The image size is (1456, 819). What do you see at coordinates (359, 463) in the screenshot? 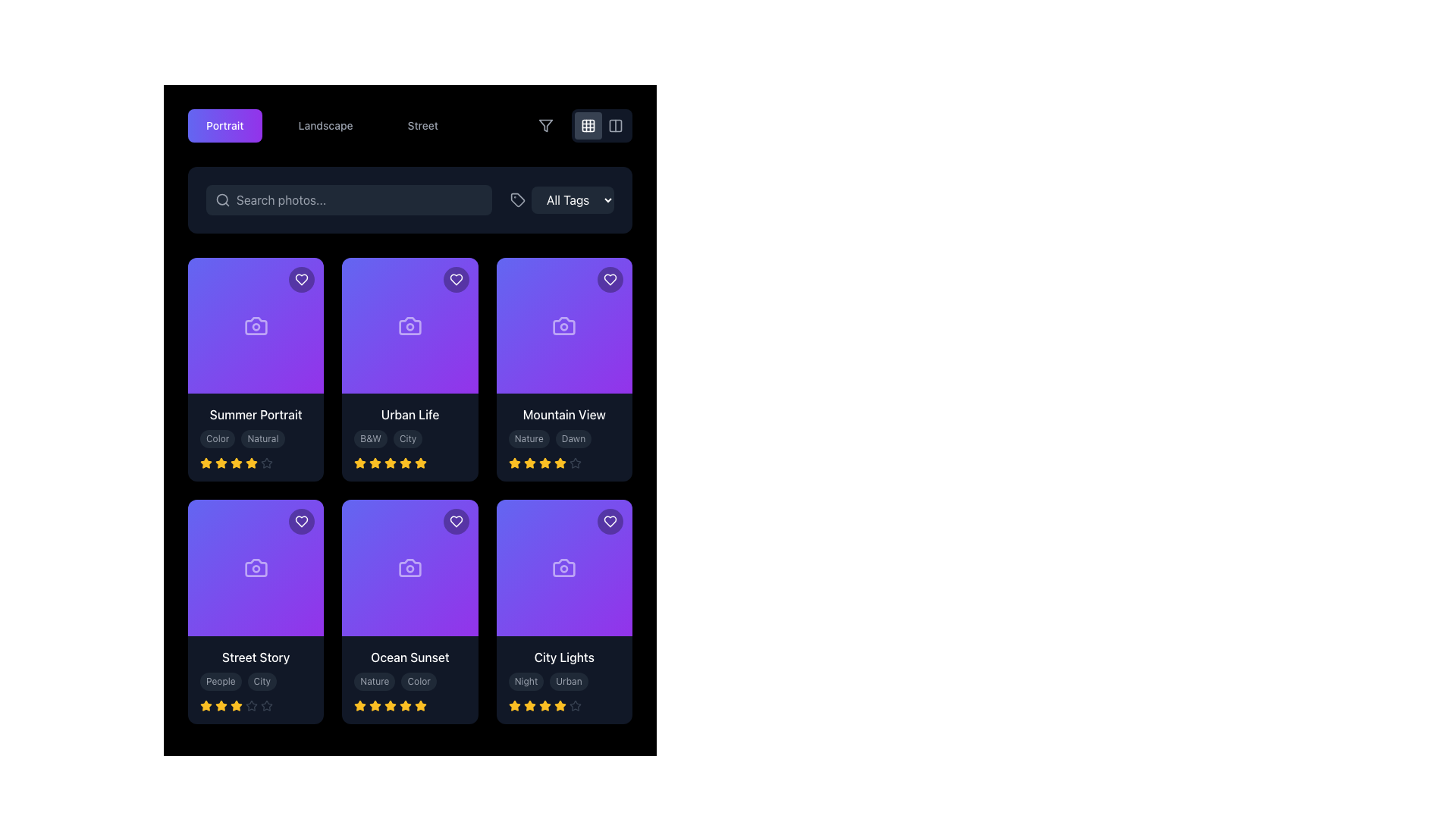
I see `the first star in the five-star rating system located beneath the 'Urban Life' card in the second column of the content grid, in the second row of cards` at bounding box center [359, 463].